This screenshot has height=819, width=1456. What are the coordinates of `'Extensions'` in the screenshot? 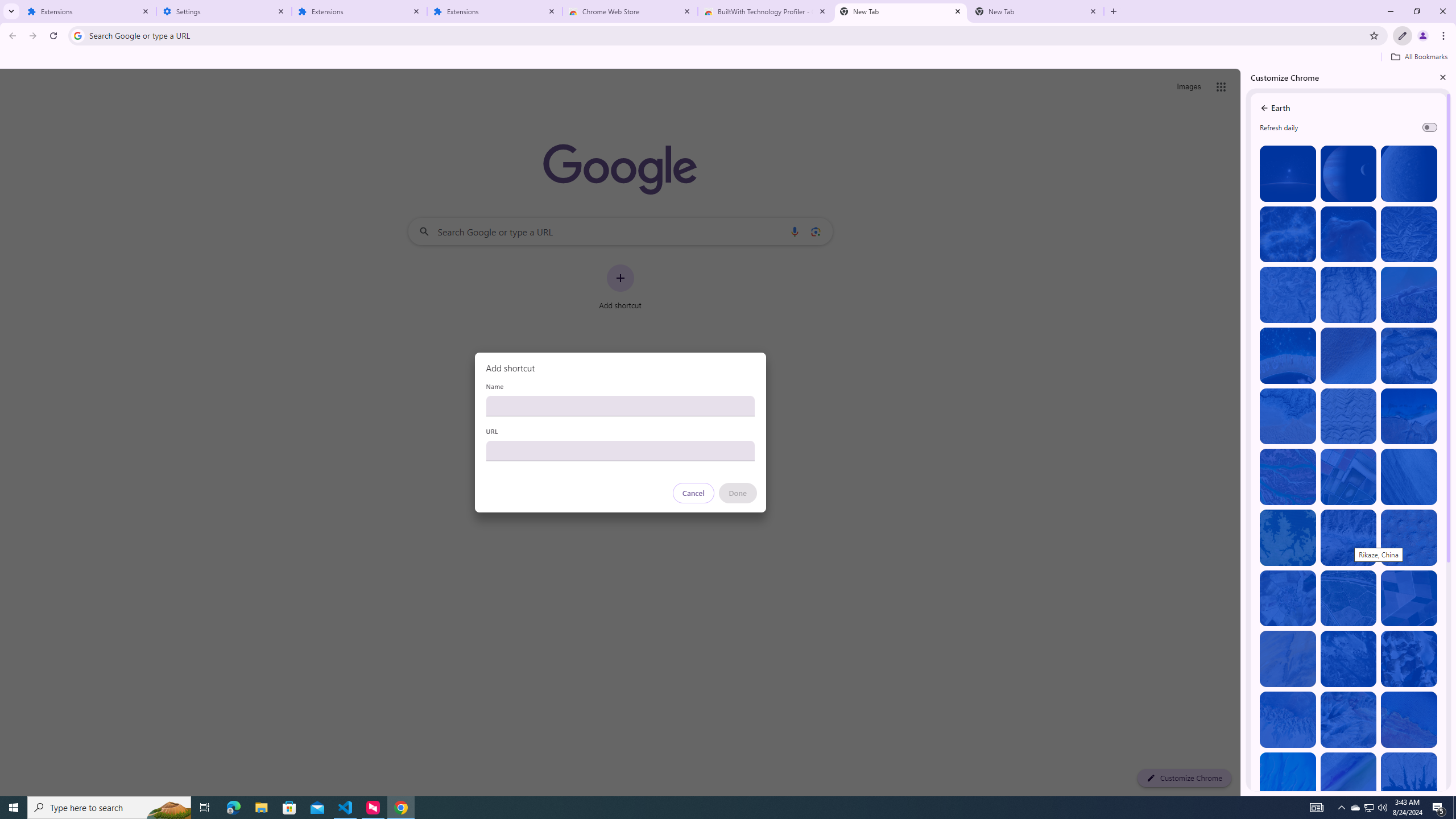 It's located at (88, 11).